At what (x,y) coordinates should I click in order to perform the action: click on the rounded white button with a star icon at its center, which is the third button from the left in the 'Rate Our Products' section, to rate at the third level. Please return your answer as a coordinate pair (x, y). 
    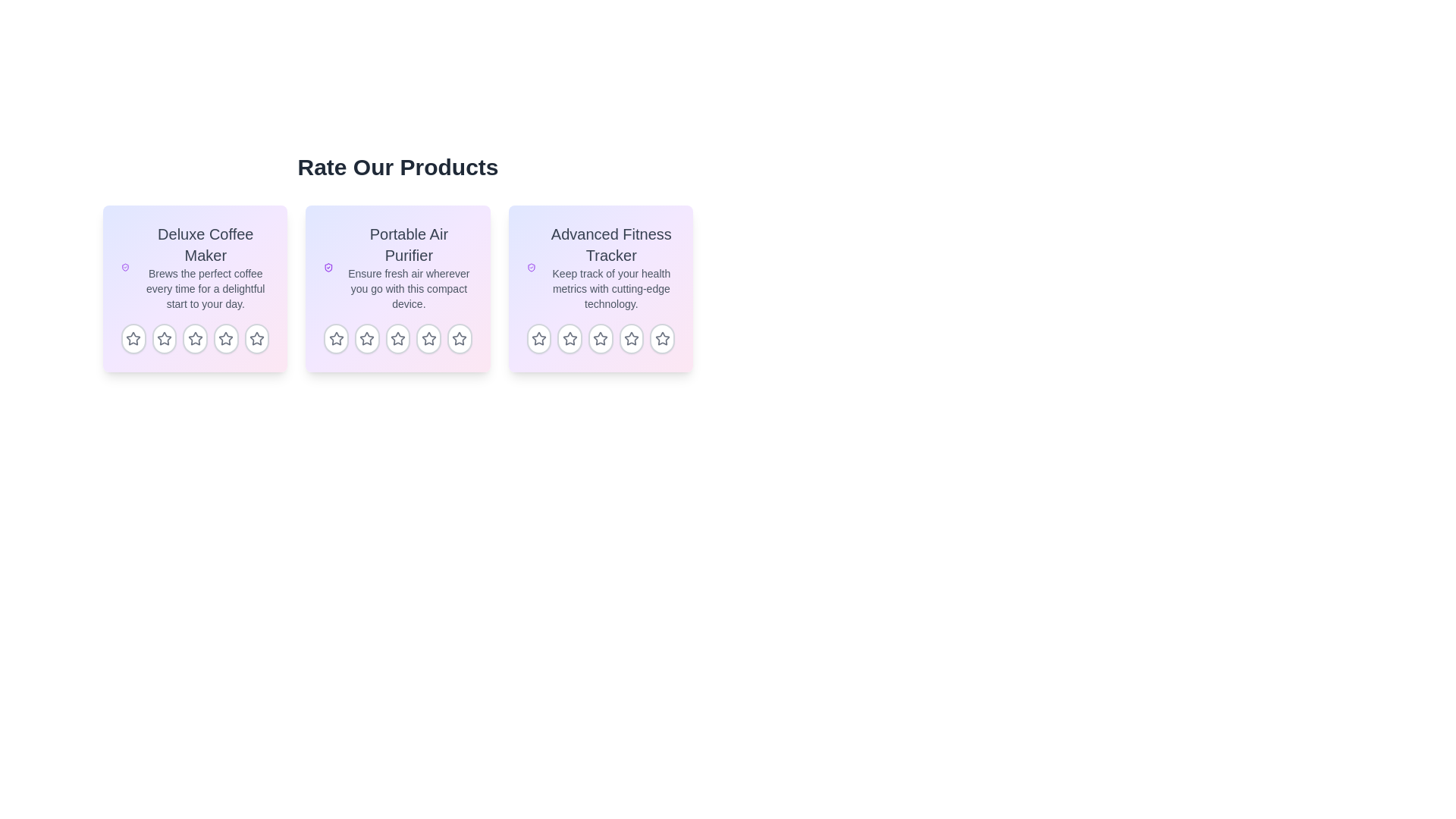
    Looking at the image, I should click on (600, 338).